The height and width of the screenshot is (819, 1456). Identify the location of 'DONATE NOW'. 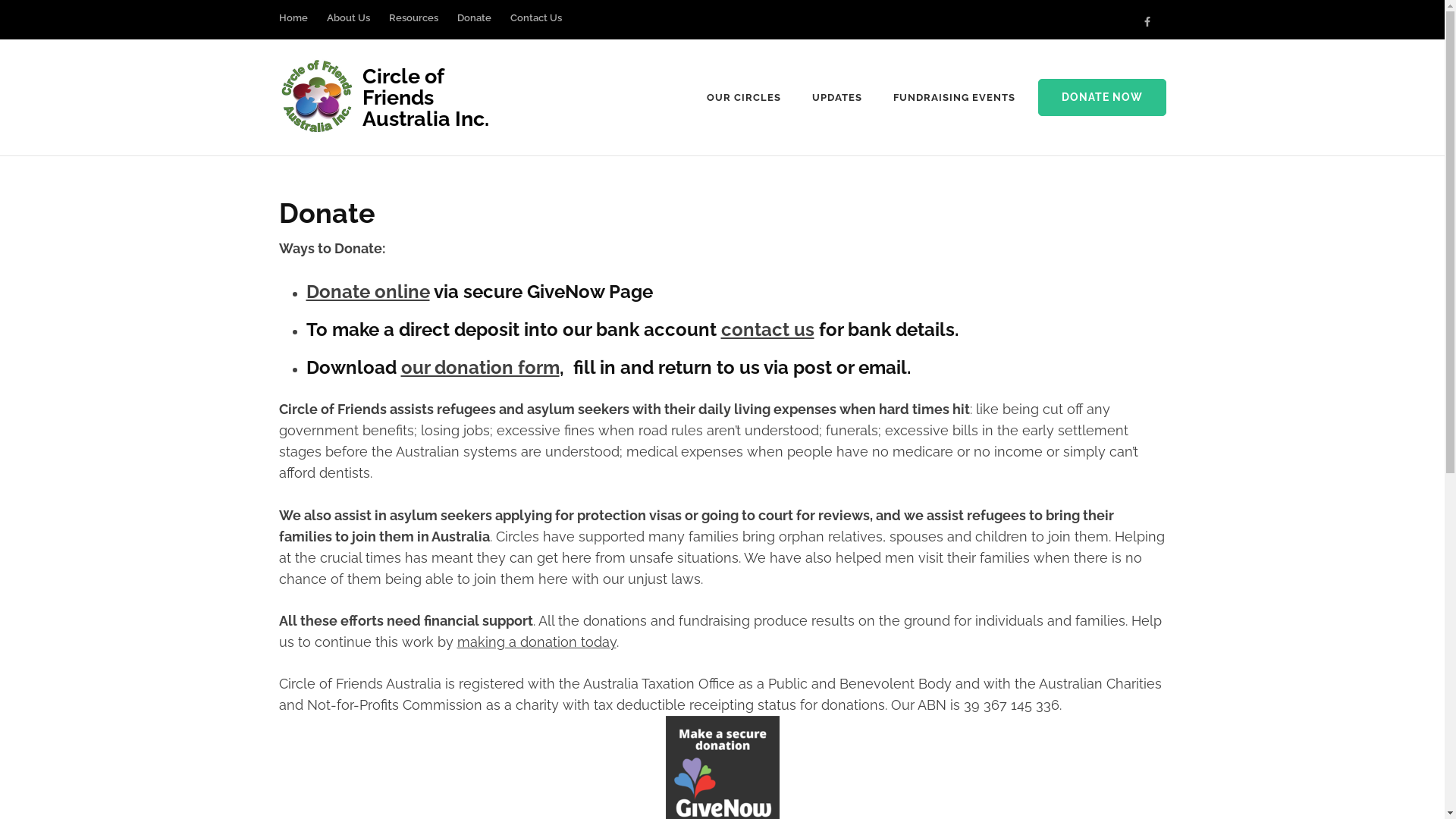
(1037, 97).